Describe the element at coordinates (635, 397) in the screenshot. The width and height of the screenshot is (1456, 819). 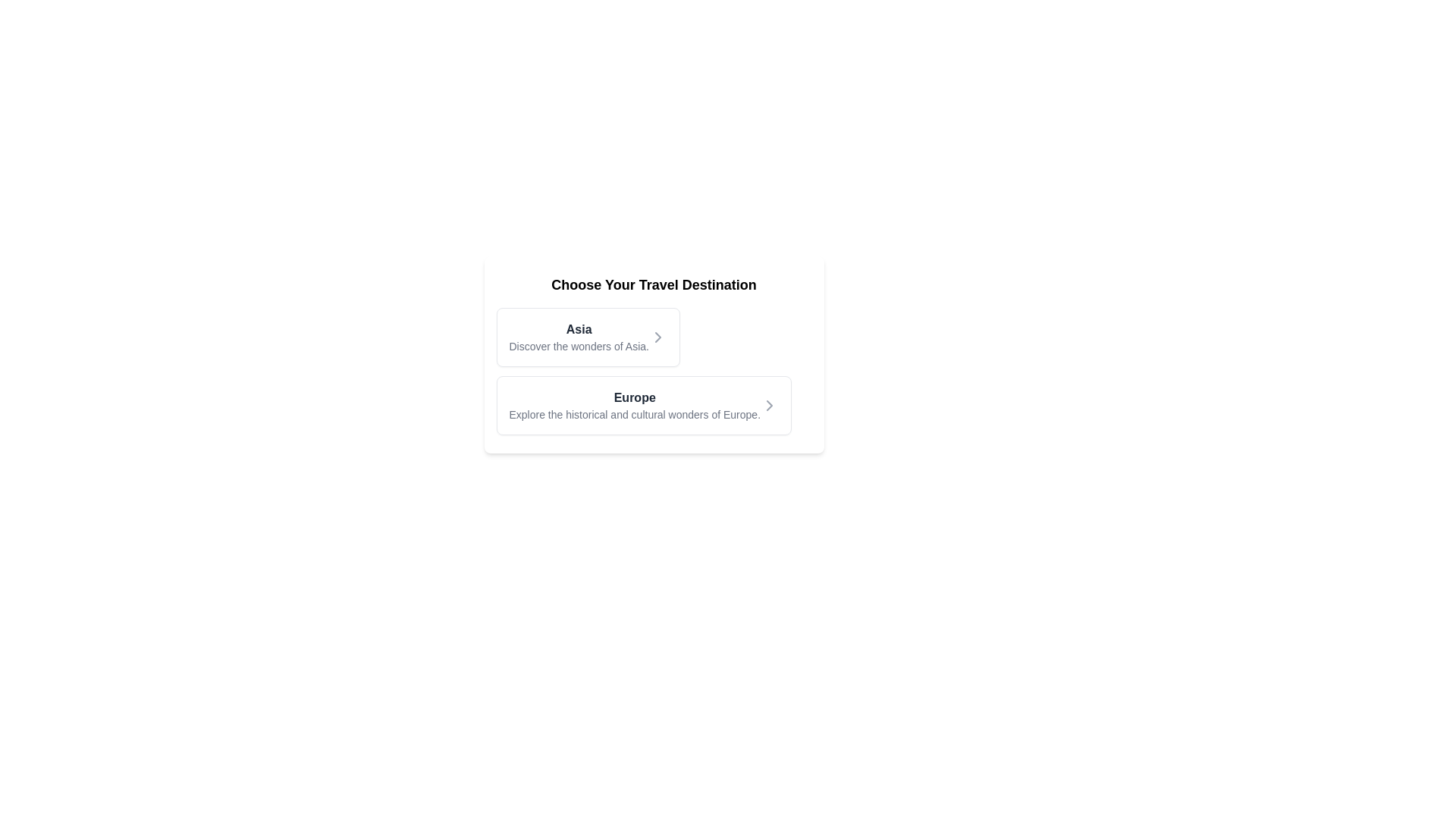
I see `the 'Europe' text label, which is a bold, dark font heading located under the 'Choose Your Travel Destination' section, positioned above the descriptive text about Europe` at that location.